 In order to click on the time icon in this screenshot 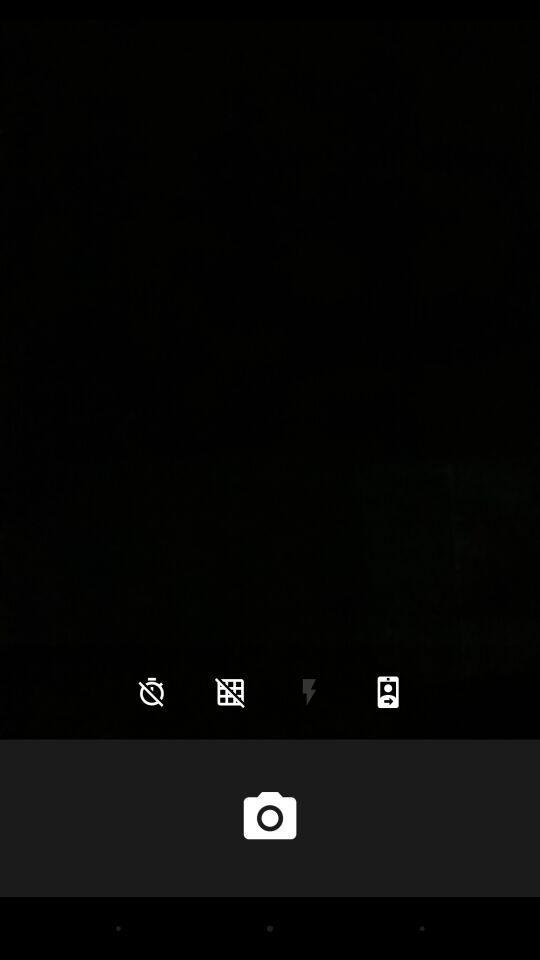, I will do `click(150, 692)`.